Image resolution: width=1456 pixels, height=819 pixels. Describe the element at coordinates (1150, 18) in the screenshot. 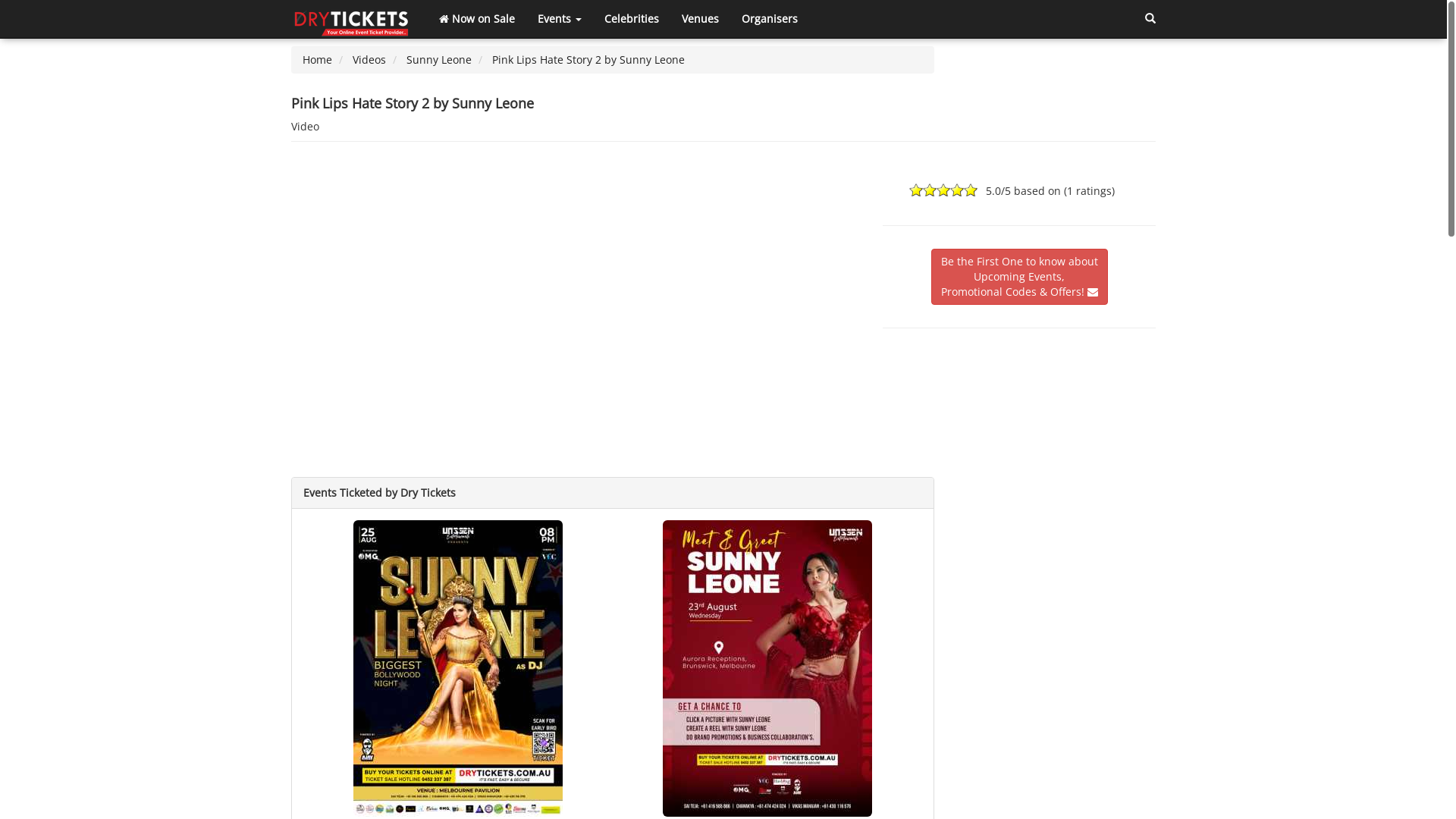

I see `'Search'` at that location.